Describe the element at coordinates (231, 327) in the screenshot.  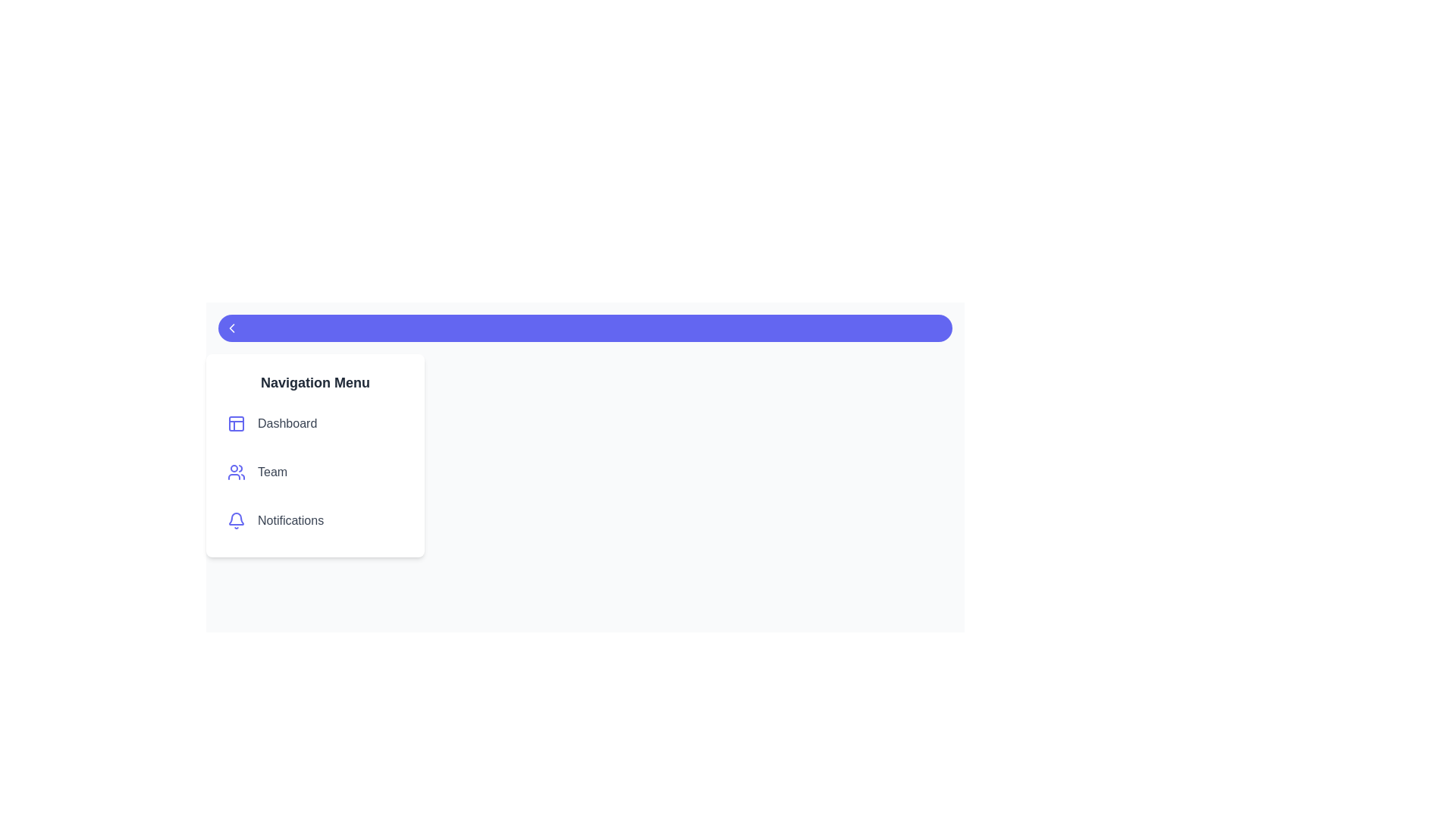
I see `toggle button to change the drawer's state` at that location.